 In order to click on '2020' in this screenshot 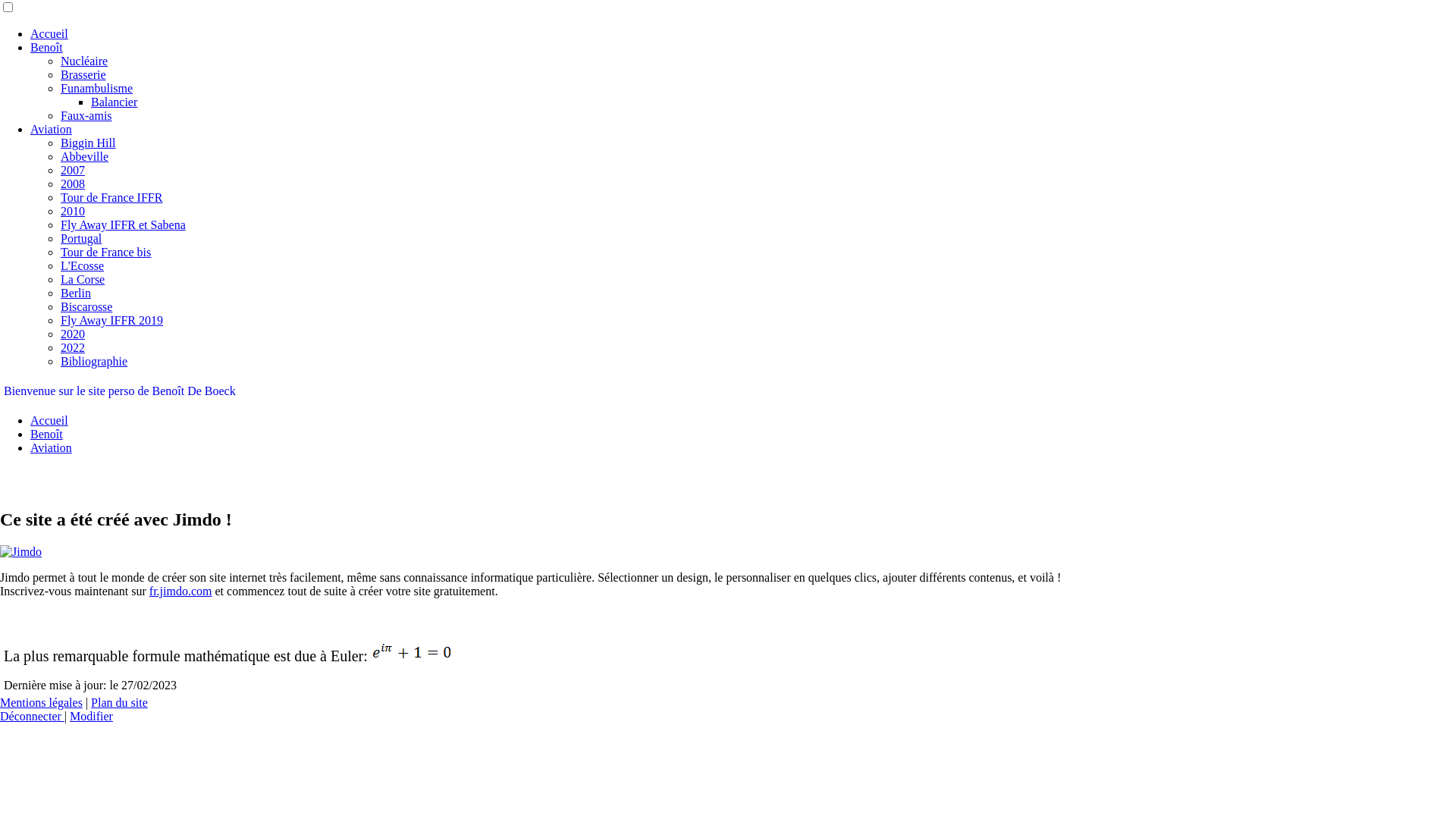, I will do `click(61, 333)`.